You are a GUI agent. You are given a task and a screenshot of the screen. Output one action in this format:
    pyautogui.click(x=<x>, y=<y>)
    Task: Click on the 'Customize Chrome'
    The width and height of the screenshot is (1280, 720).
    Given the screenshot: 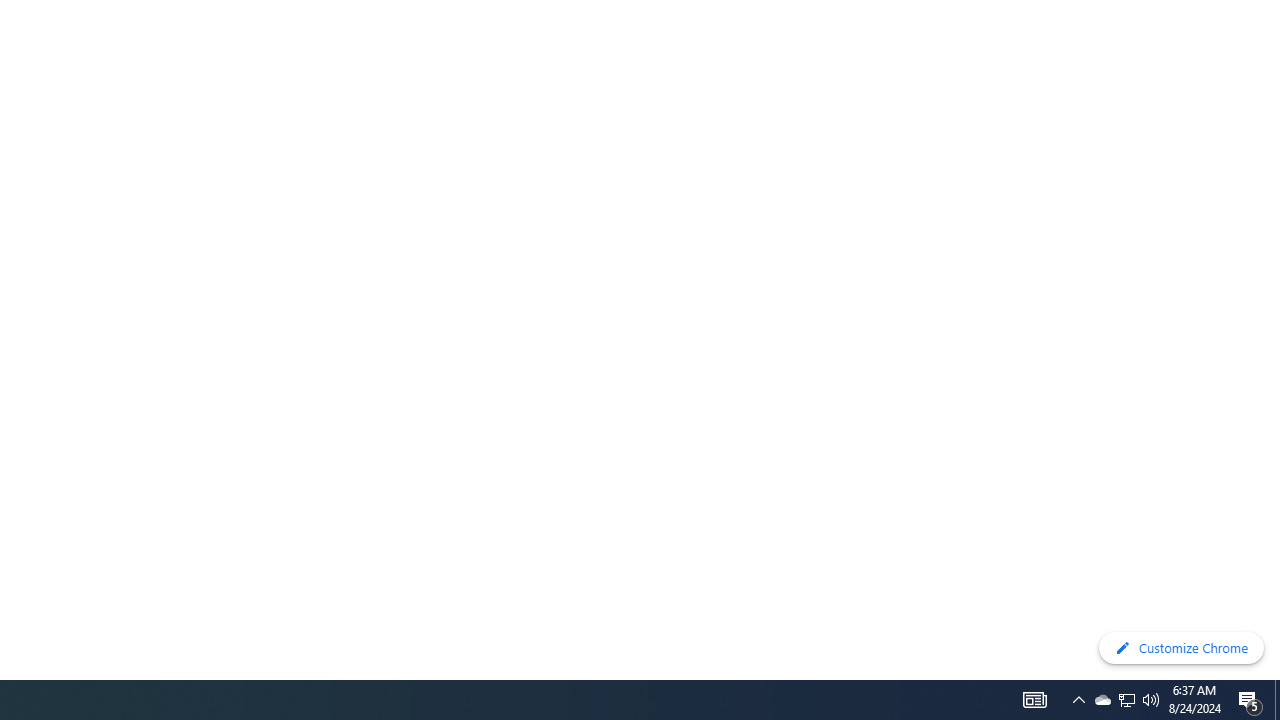 What is the action you would take?
    pyautogui.click(x=1181, y=648)
    